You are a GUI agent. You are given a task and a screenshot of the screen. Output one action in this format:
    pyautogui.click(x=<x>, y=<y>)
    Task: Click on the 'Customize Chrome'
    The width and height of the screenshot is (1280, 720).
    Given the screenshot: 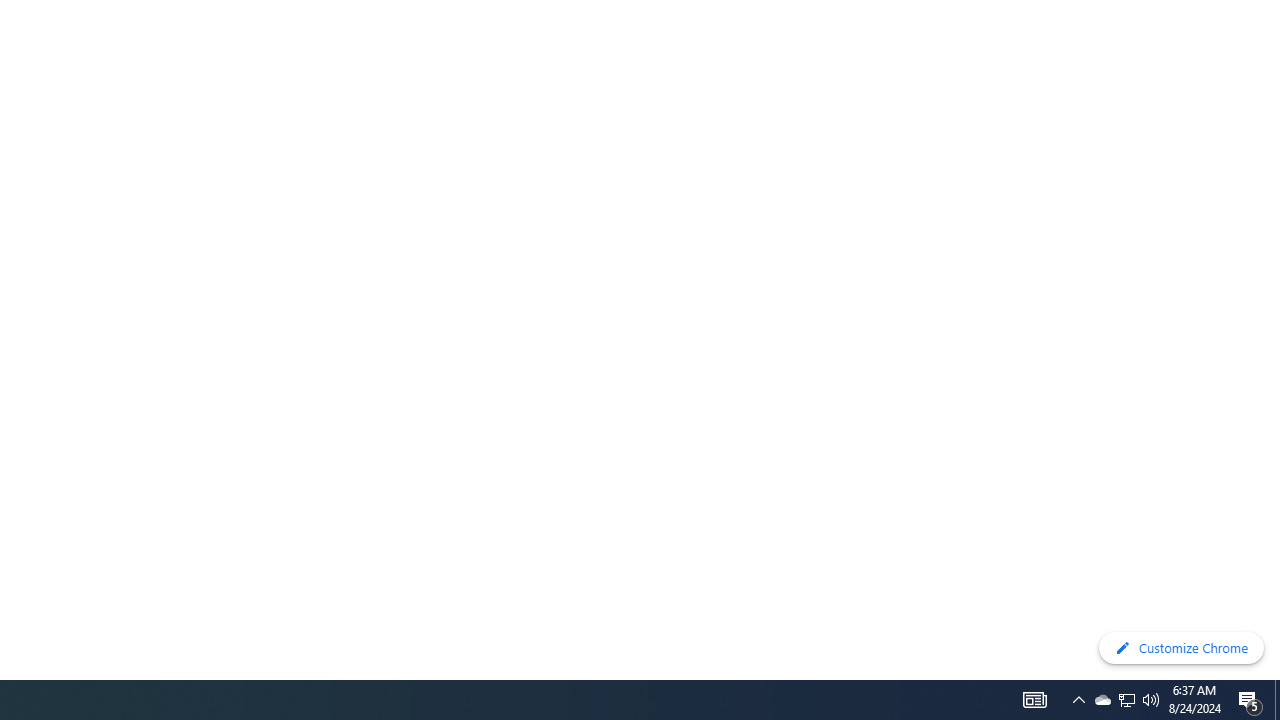 What is the action you would take?
    pyautogui.click(x=1181, y=648)
    